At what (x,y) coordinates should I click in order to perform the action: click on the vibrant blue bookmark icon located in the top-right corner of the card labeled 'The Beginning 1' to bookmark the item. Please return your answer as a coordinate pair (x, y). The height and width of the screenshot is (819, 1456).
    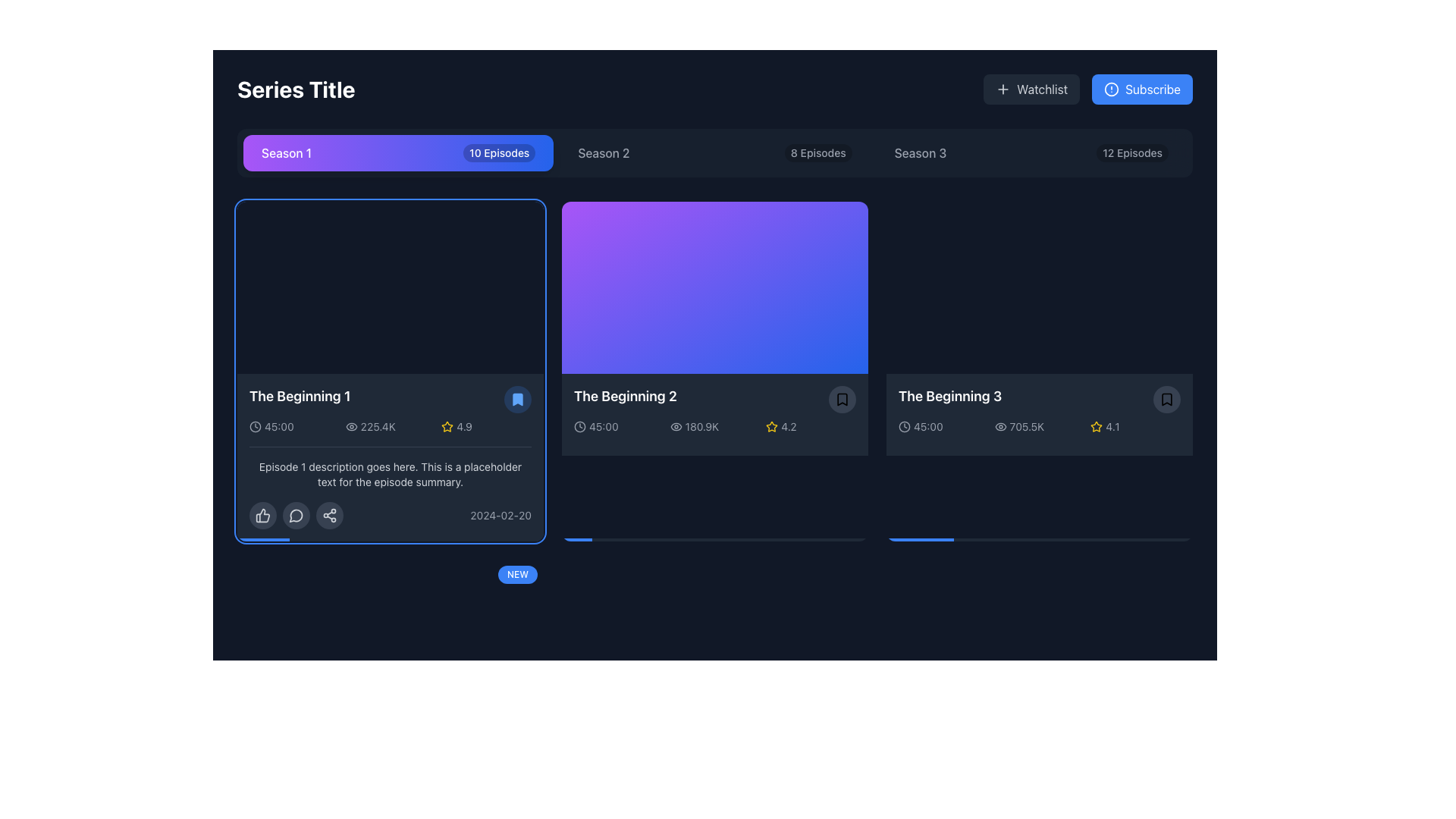
    Looking at the image, I should click on (517, 399).